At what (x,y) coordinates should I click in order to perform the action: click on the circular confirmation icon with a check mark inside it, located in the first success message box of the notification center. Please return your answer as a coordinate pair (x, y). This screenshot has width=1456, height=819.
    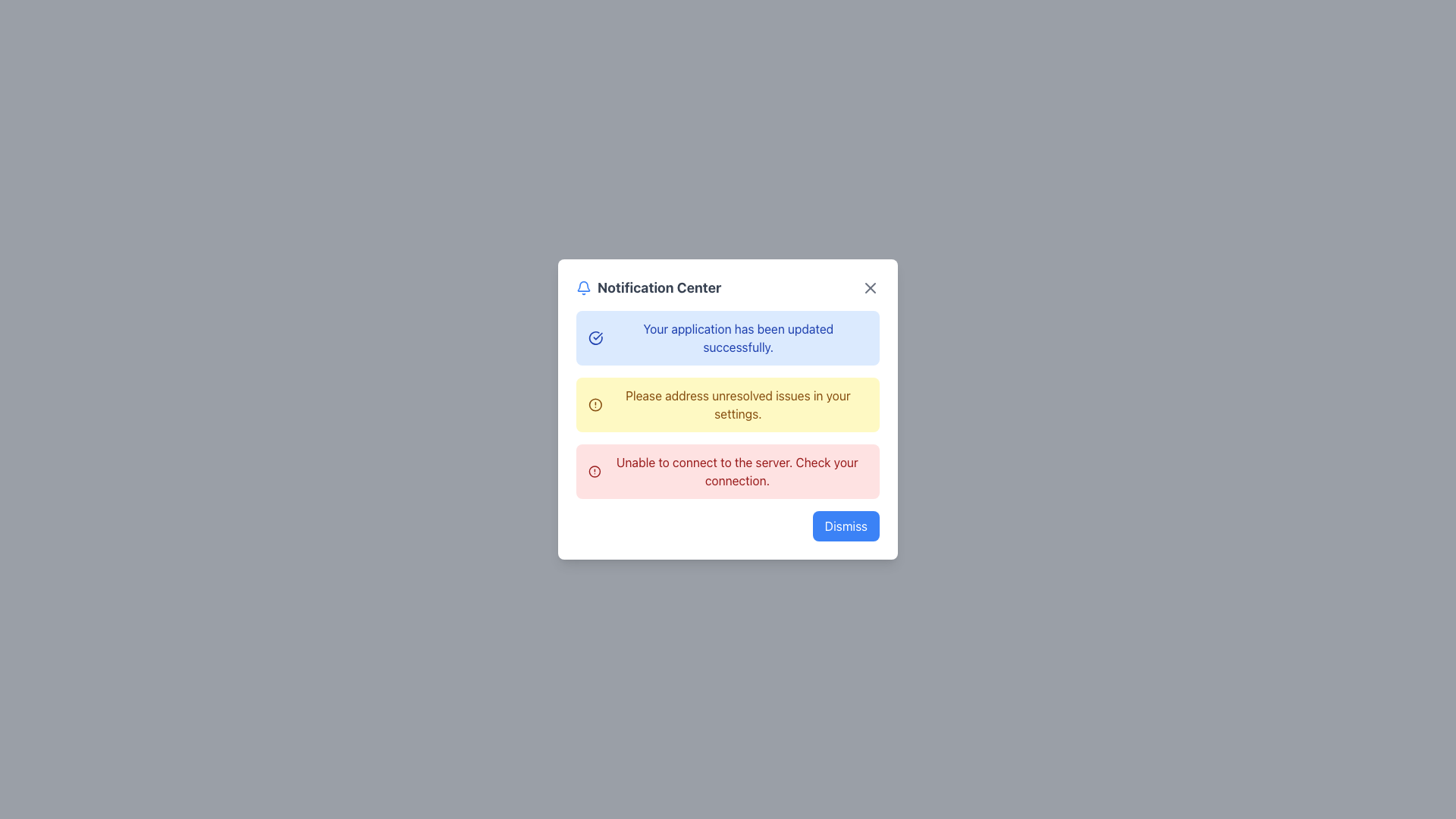
    Looking at the image, I should click on (595, 337).